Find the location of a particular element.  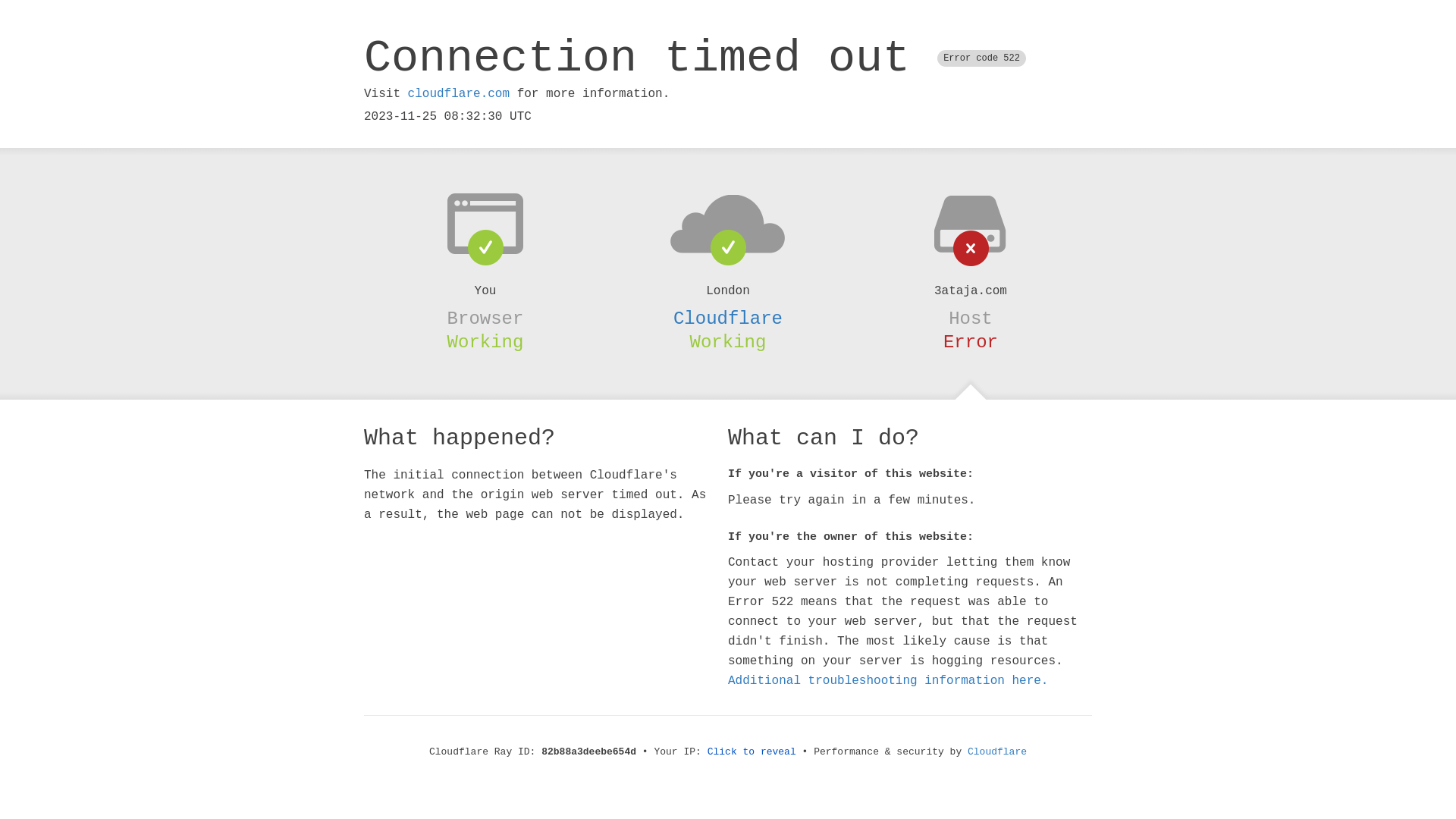

'Additional troubleshooting information here.' is located at coordinates (888, 680).